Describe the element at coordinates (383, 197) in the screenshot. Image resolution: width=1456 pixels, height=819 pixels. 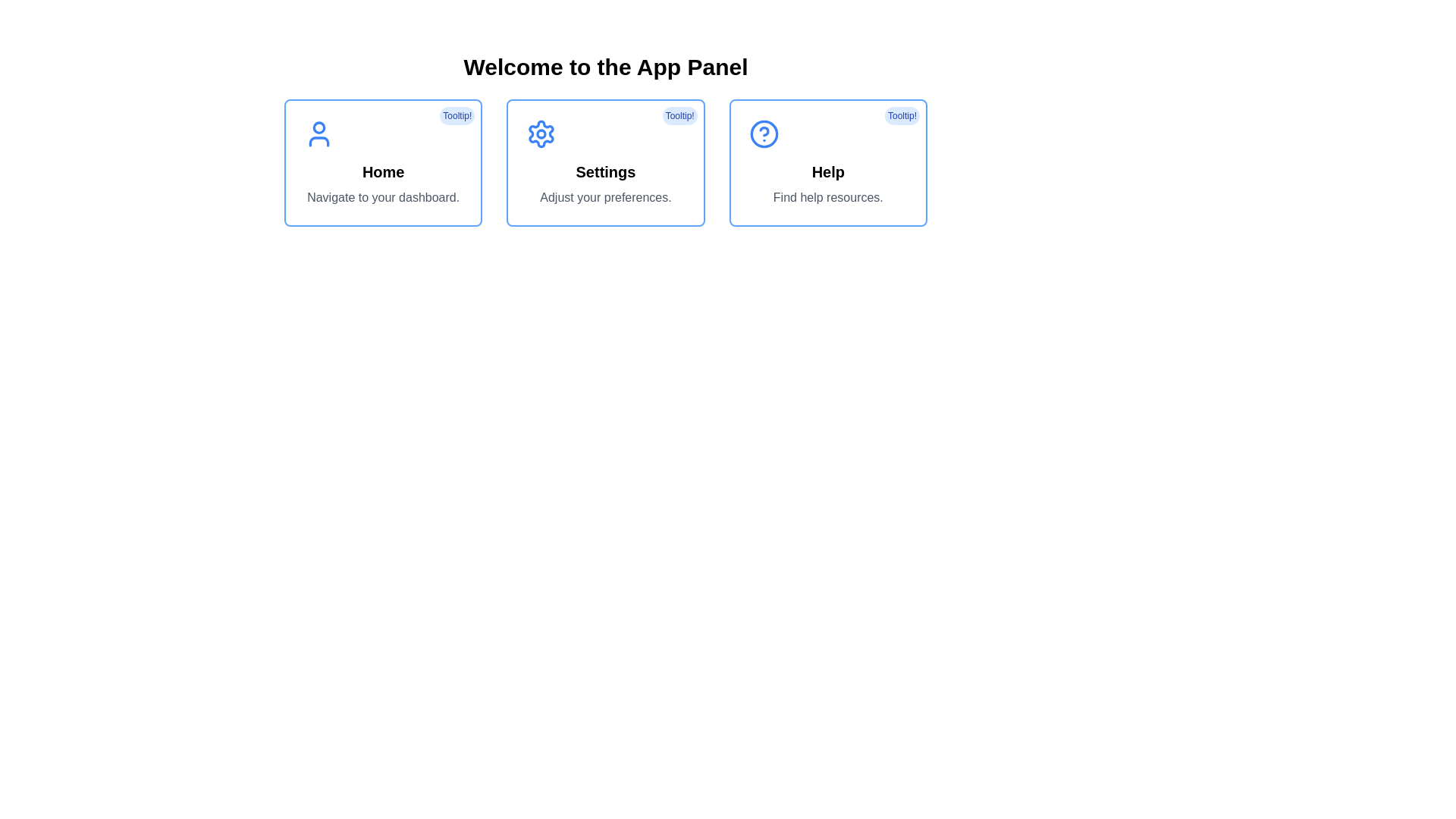
I see `the text label that reads 'Navigate to your dashboard.' located below the 'Home' text in the leftmost column of the interface` at that location.